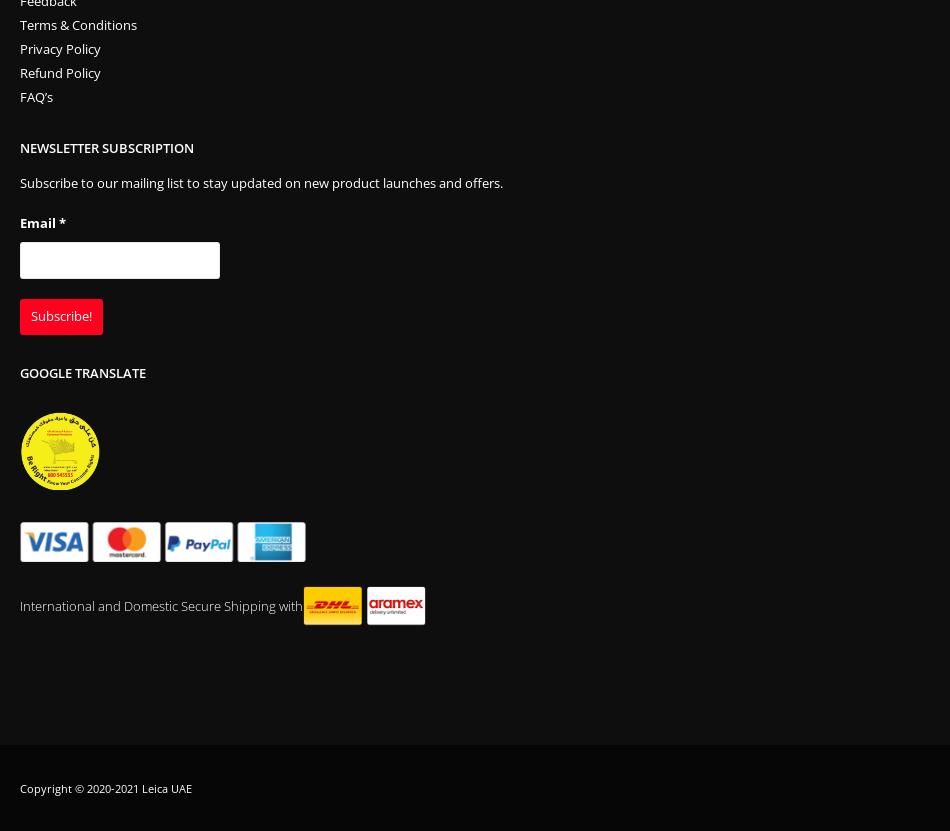 The height and width of the screenshot is (831, 950). What do you see at coordinates (83, 372) in the screenshot?
I see `'Google Translate'` at bounding box center [83, 372].